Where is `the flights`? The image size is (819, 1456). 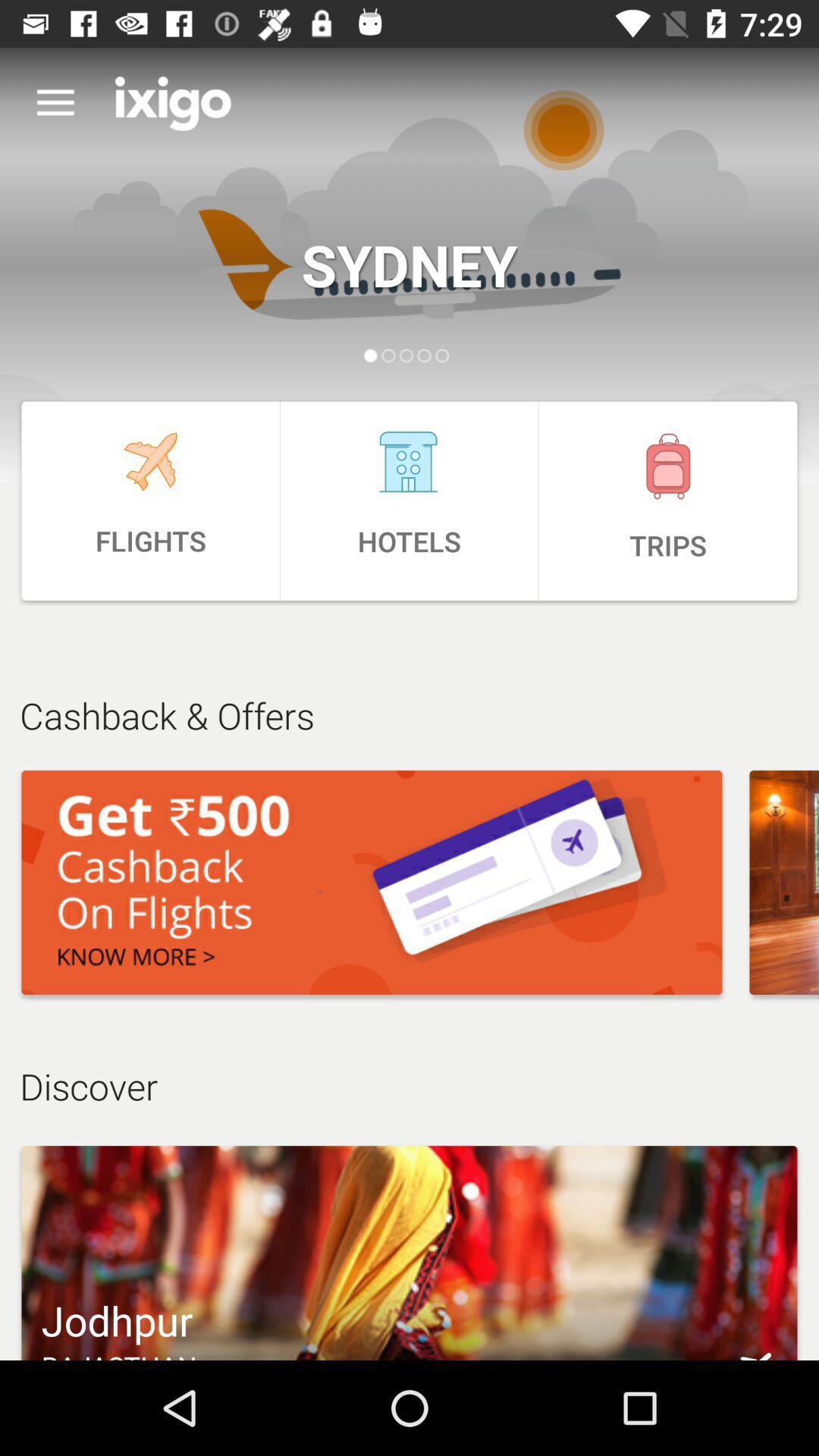
the flights is located at coordinates (150, 500).